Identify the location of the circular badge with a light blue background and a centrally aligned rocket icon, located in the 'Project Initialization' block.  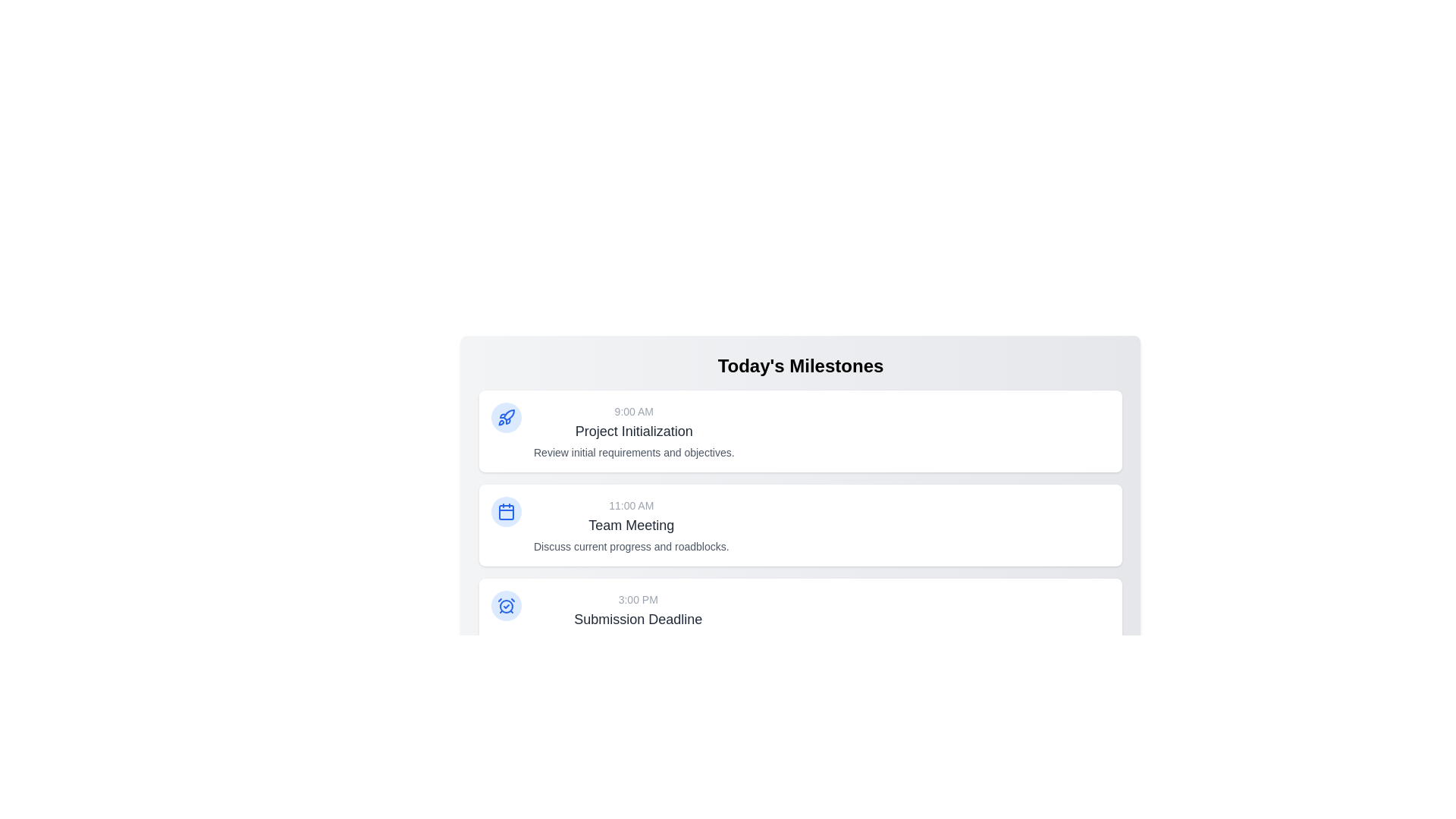
(506, 418).